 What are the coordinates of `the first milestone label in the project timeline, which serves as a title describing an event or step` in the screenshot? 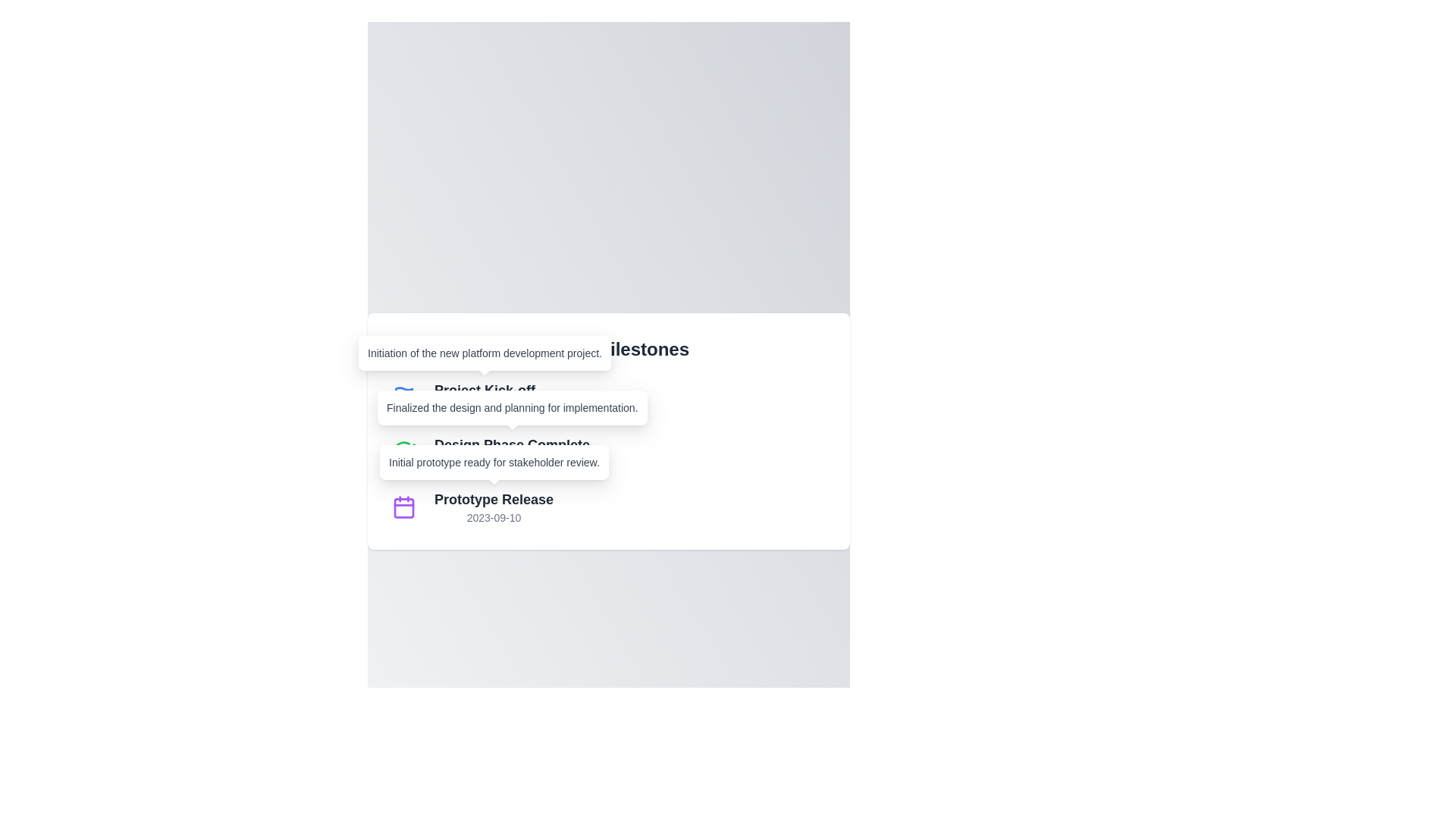 It's located at (484, 390).